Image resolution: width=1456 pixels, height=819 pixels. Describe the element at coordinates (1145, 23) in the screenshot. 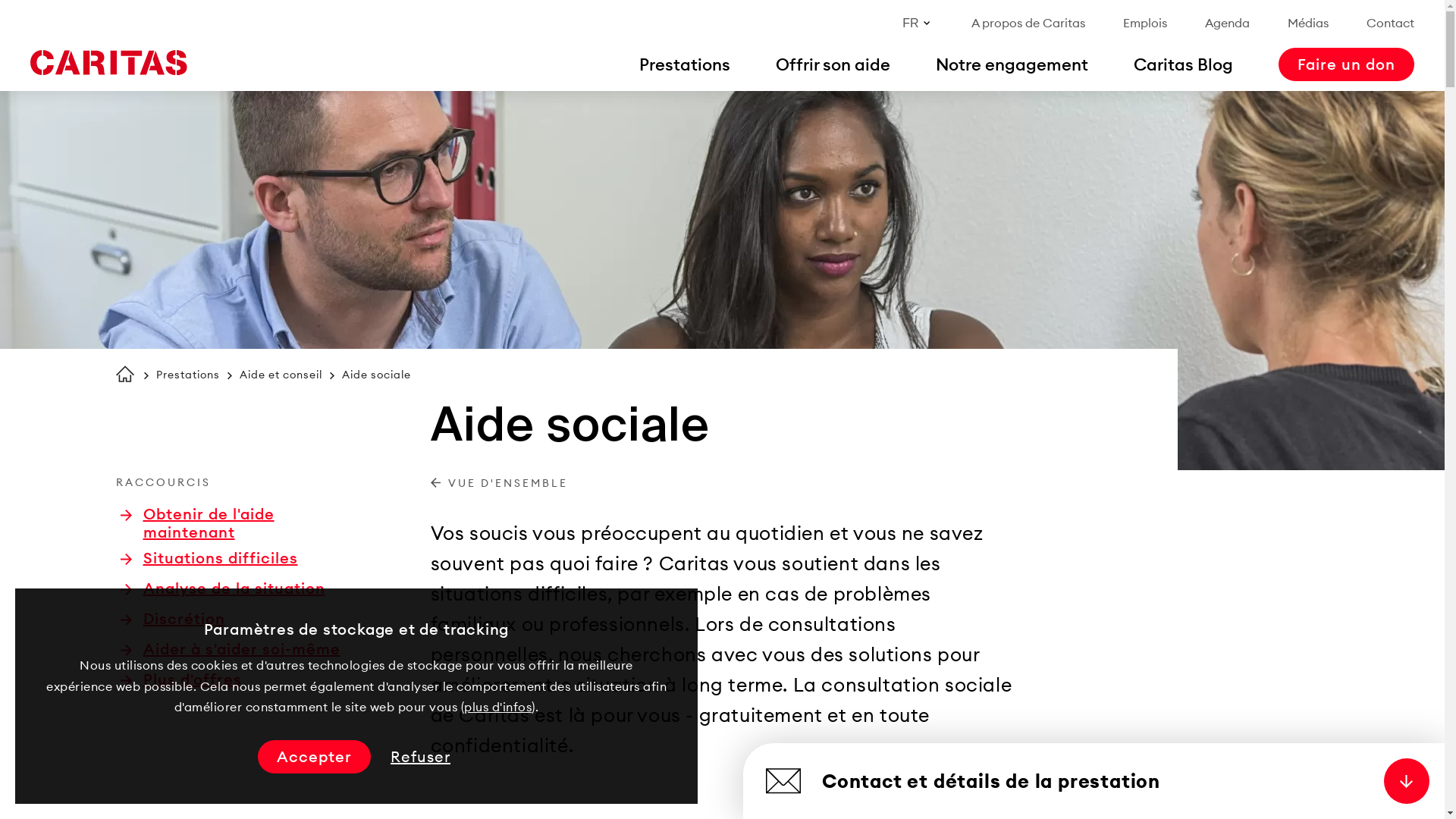

I see `'Emplois'` at that location.